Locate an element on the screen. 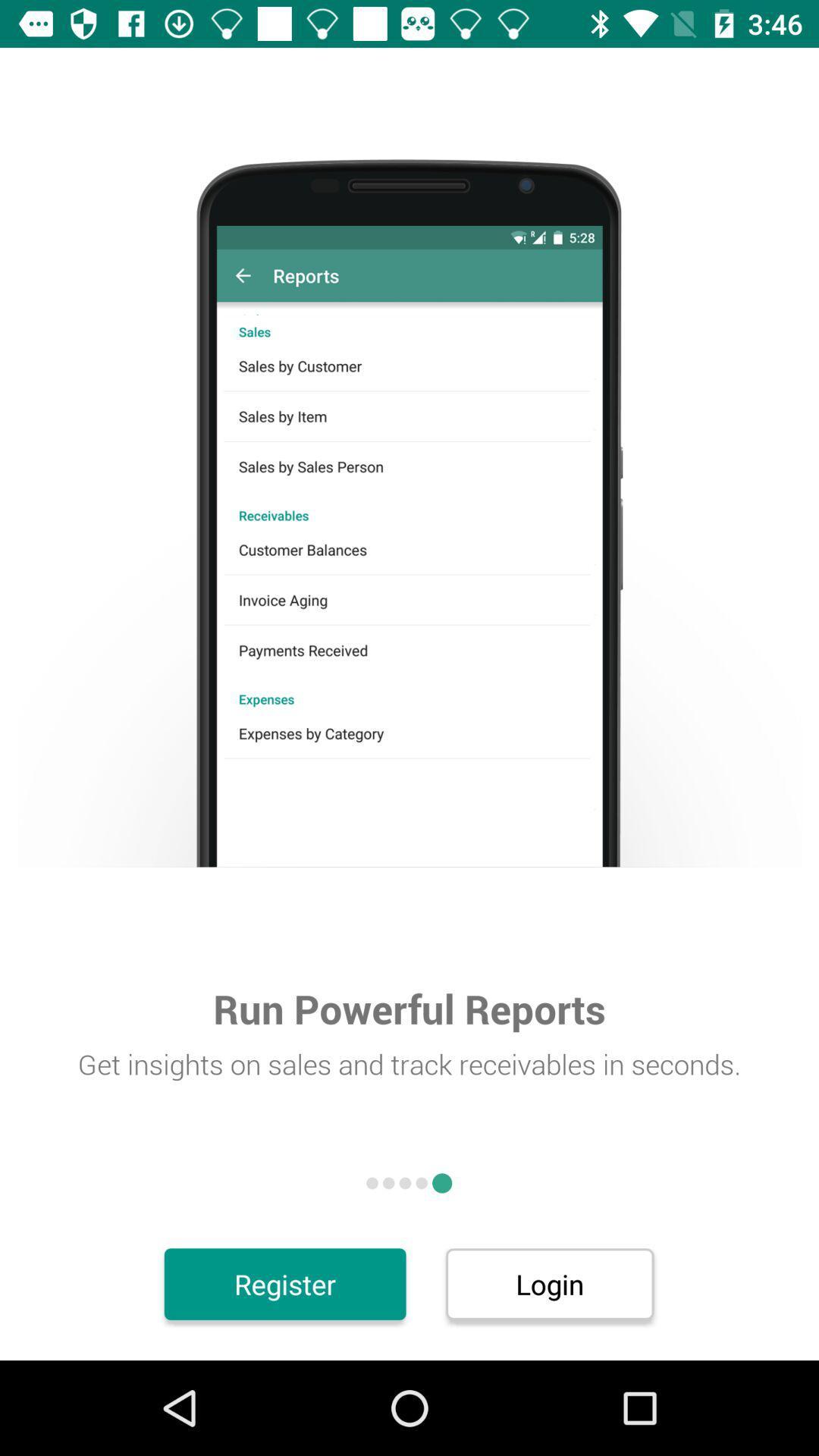  item next to register item is located at coordinates (550, 1283).